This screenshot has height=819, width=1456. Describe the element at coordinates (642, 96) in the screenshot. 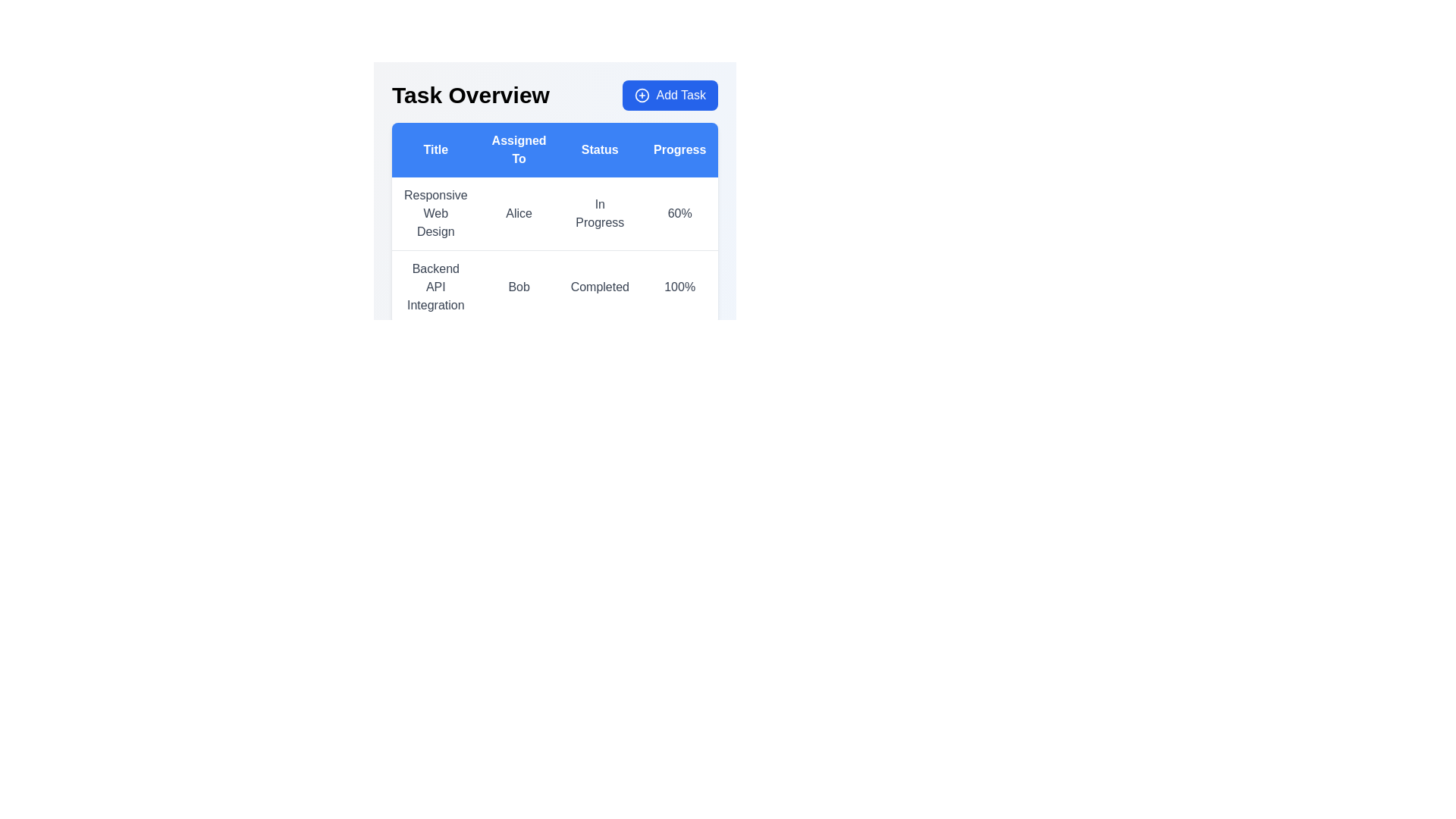

I see `the circular SVG element that forms part of the 'Add Task' button icon, which visually indicates an interactive action` at that location.